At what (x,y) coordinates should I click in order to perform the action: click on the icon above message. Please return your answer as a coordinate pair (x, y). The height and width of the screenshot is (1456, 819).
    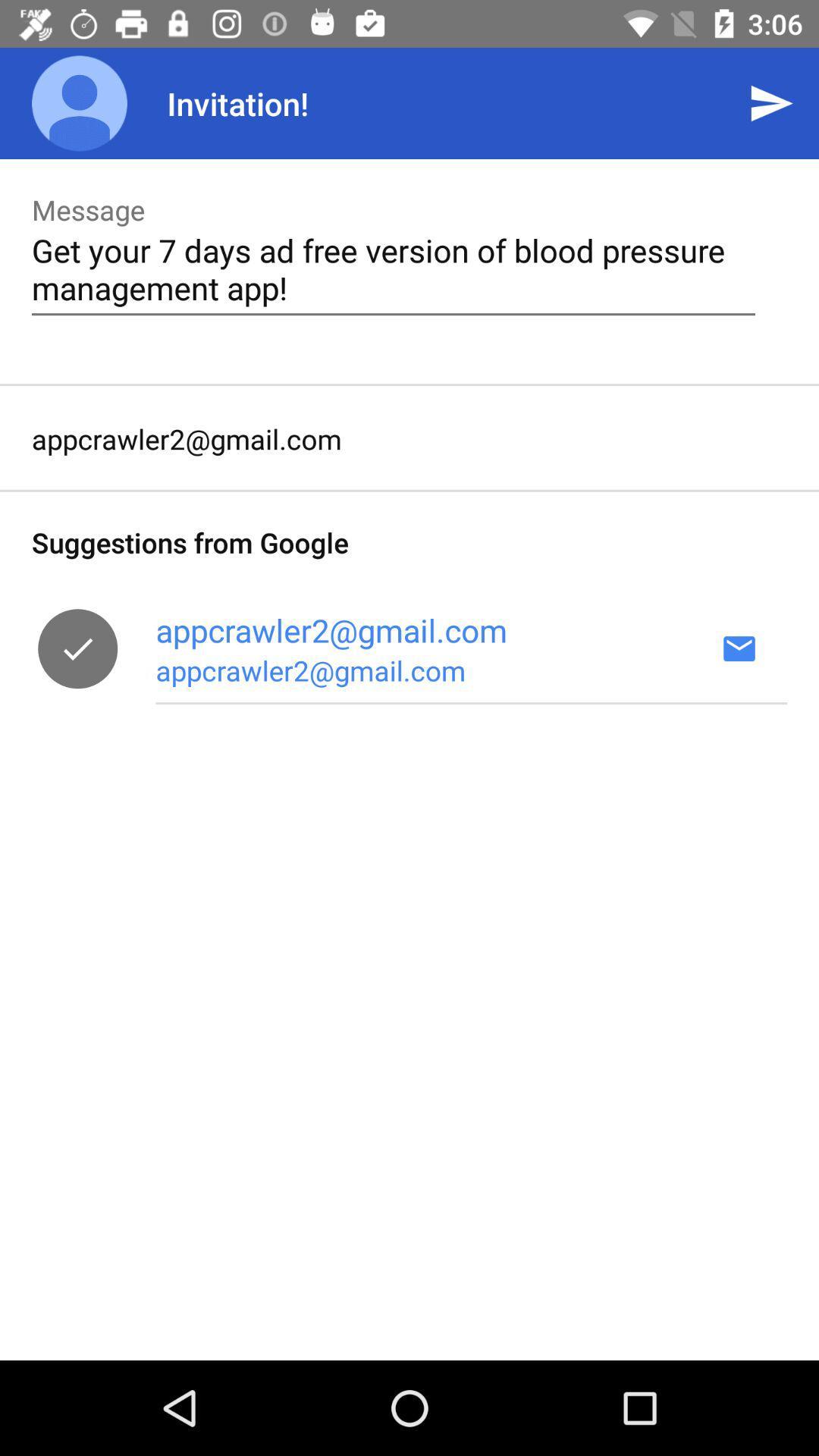
    Looking at the image, I should click on (79, 102).